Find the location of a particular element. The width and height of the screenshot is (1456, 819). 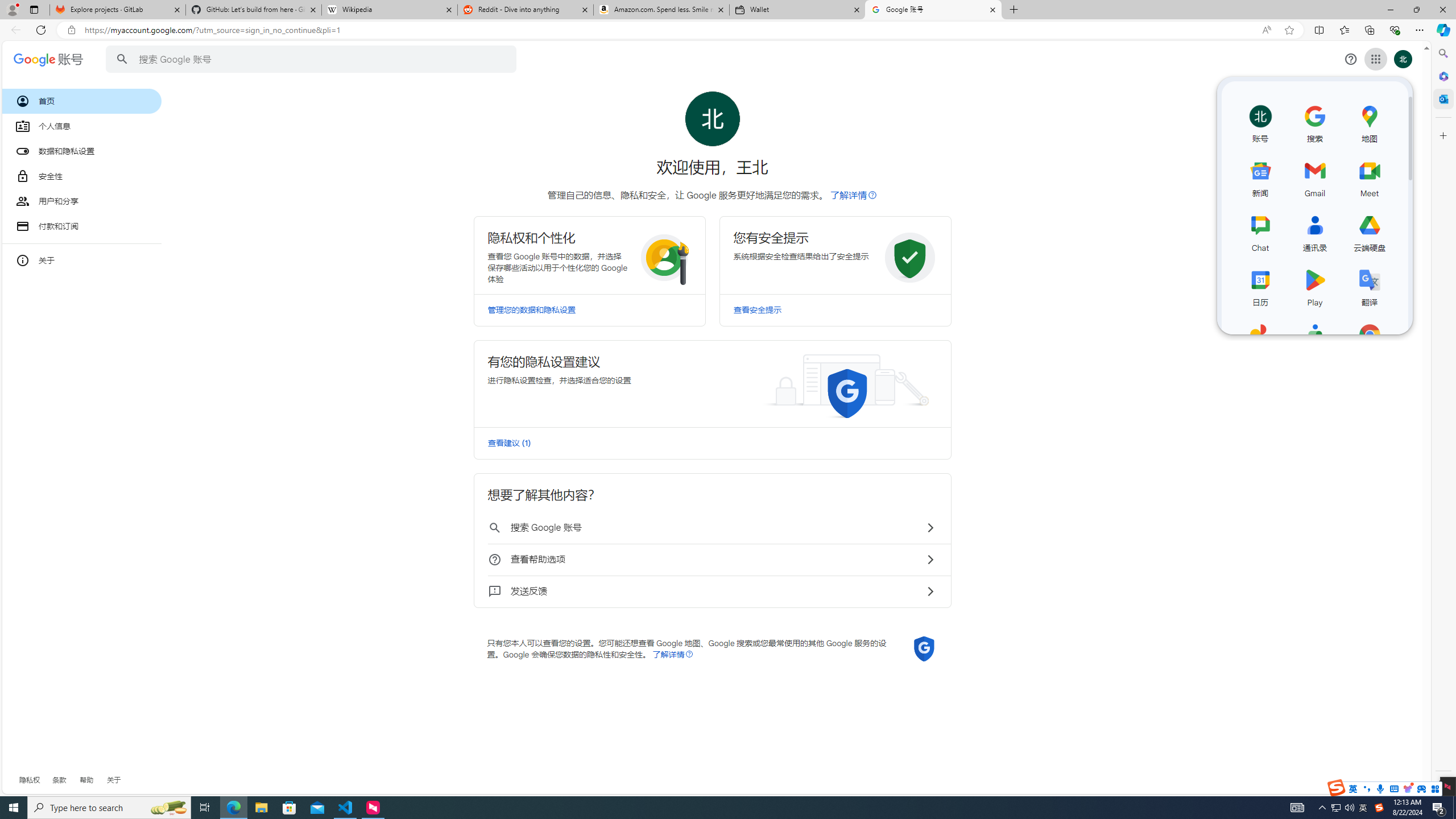

'Class: gb_E' is located at coordinates (1375, 59).